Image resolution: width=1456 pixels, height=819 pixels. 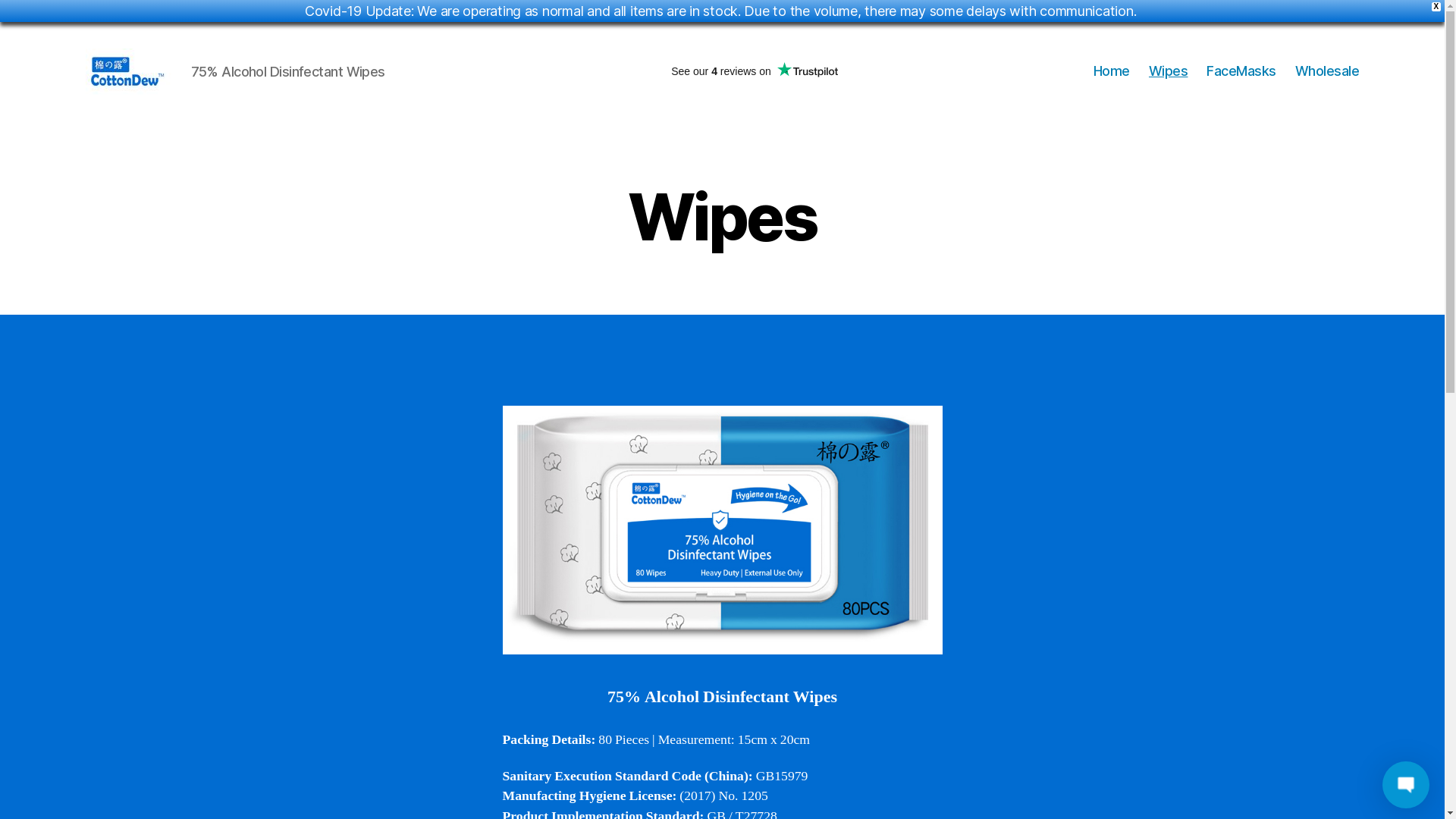 I want to click on 'Wholesale', so click(x=1294, y=71).